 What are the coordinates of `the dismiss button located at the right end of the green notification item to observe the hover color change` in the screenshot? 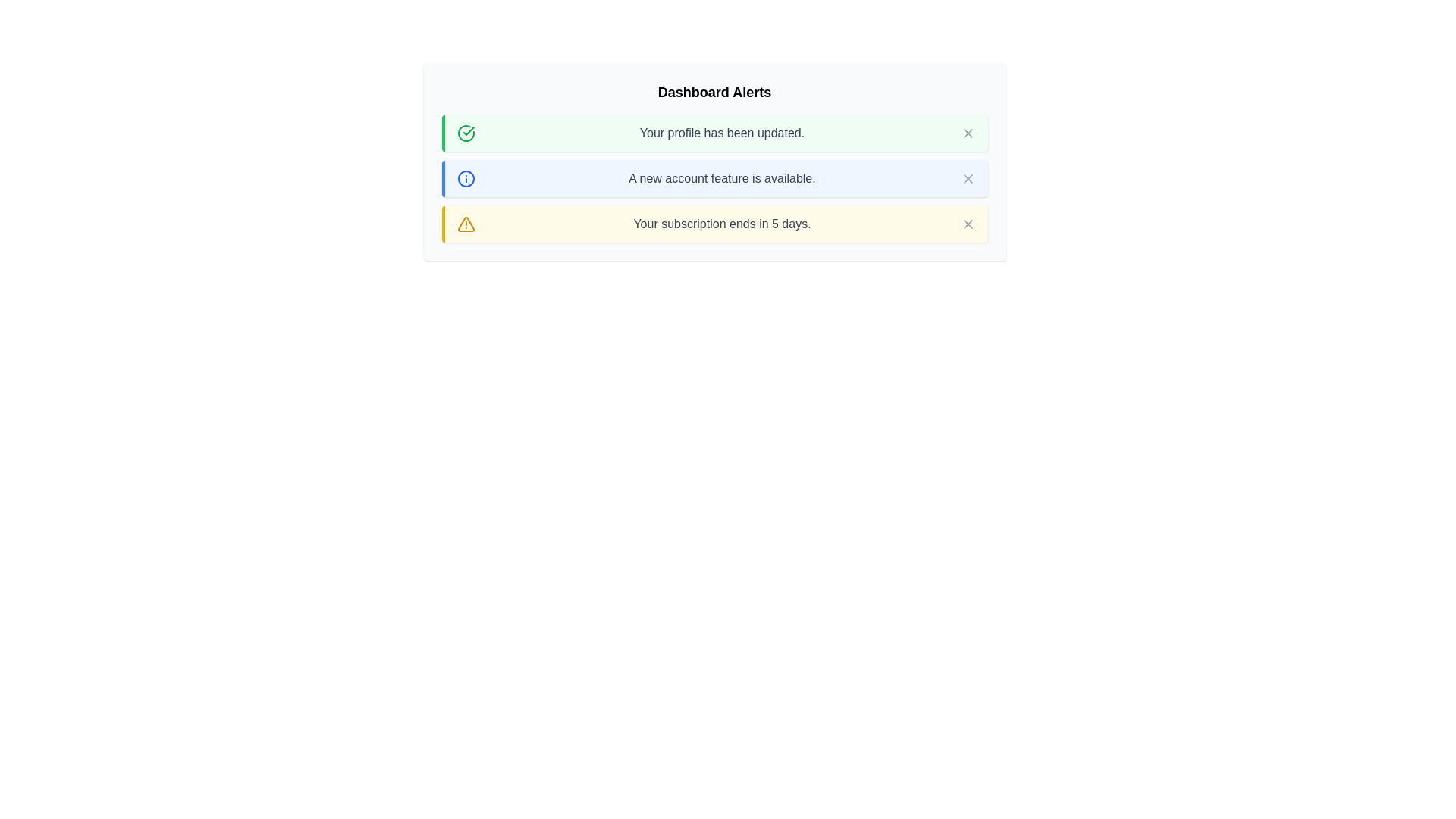 It's located at (967, 133).